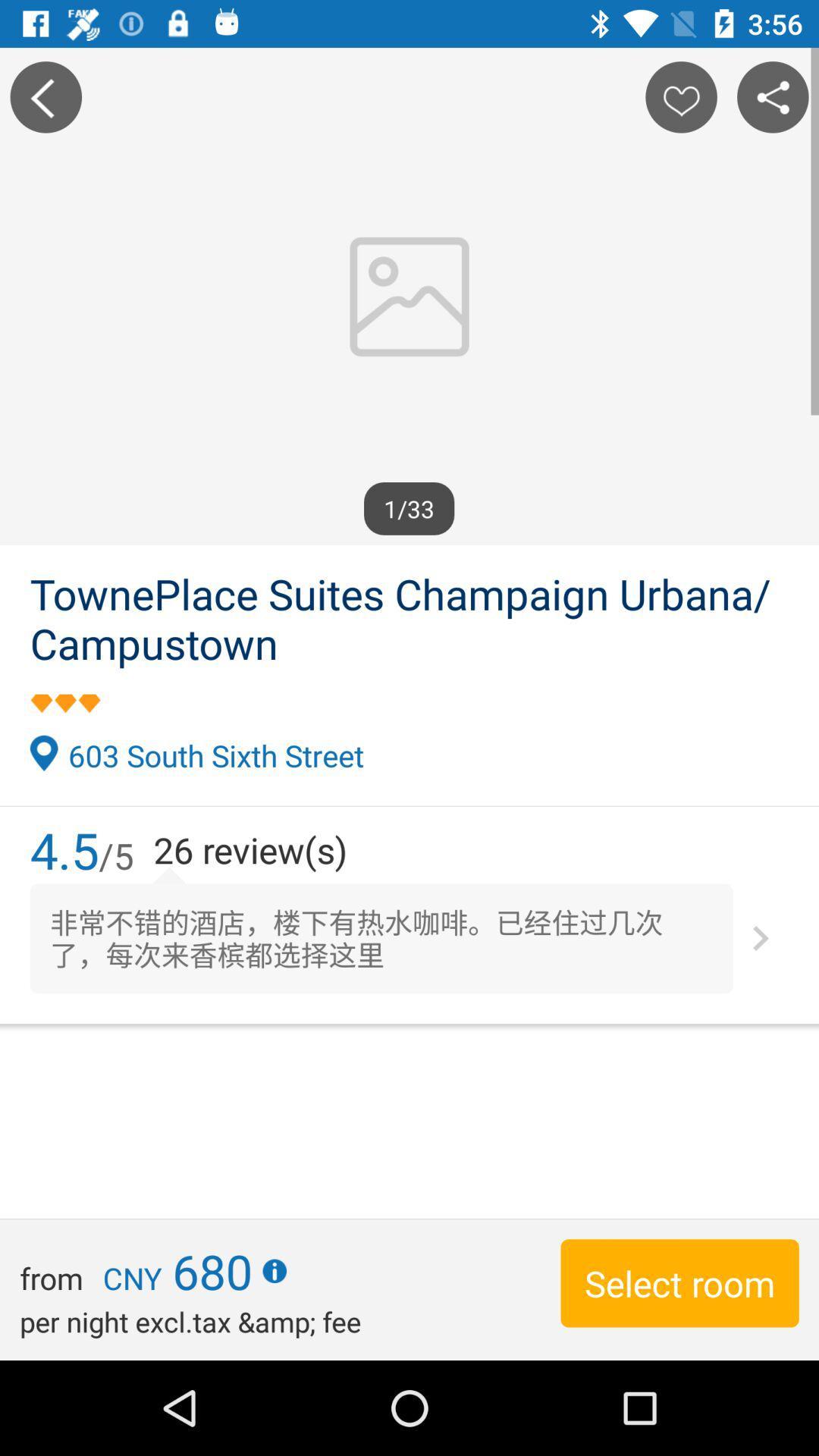 The width and height of the screenshot is (819, 1456). Describe the element at coordinates (680, 96) in the screenshot. I see `like` at that location.